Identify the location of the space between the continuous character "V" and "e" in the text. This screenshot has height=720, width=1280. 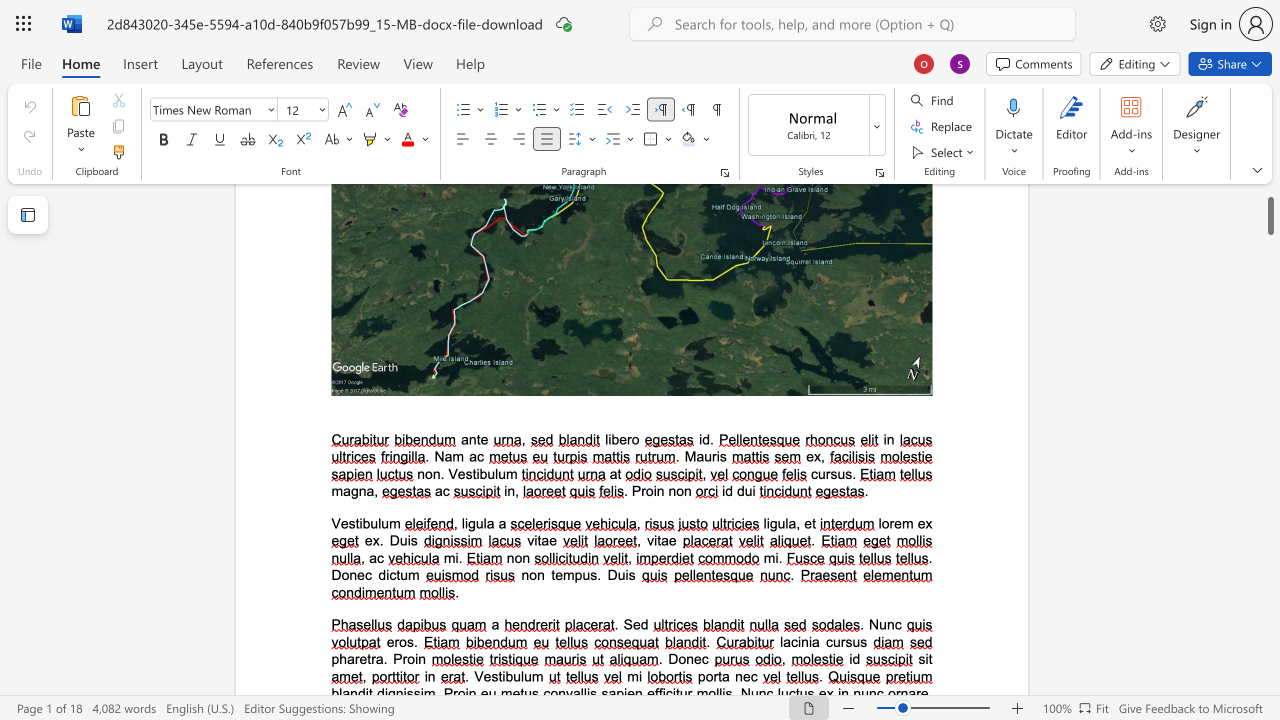
(456, 474).